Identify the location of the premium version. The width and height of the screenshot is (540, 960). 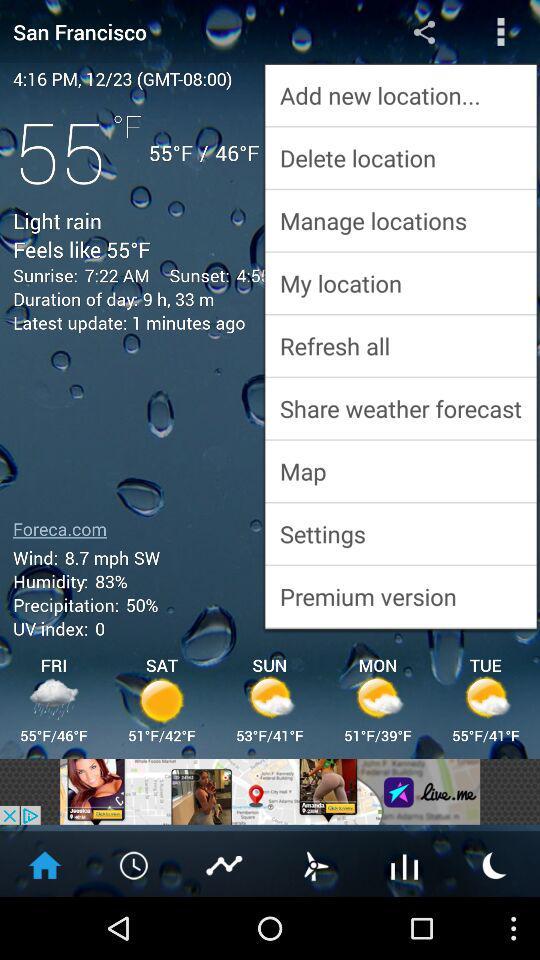
(400, 596).